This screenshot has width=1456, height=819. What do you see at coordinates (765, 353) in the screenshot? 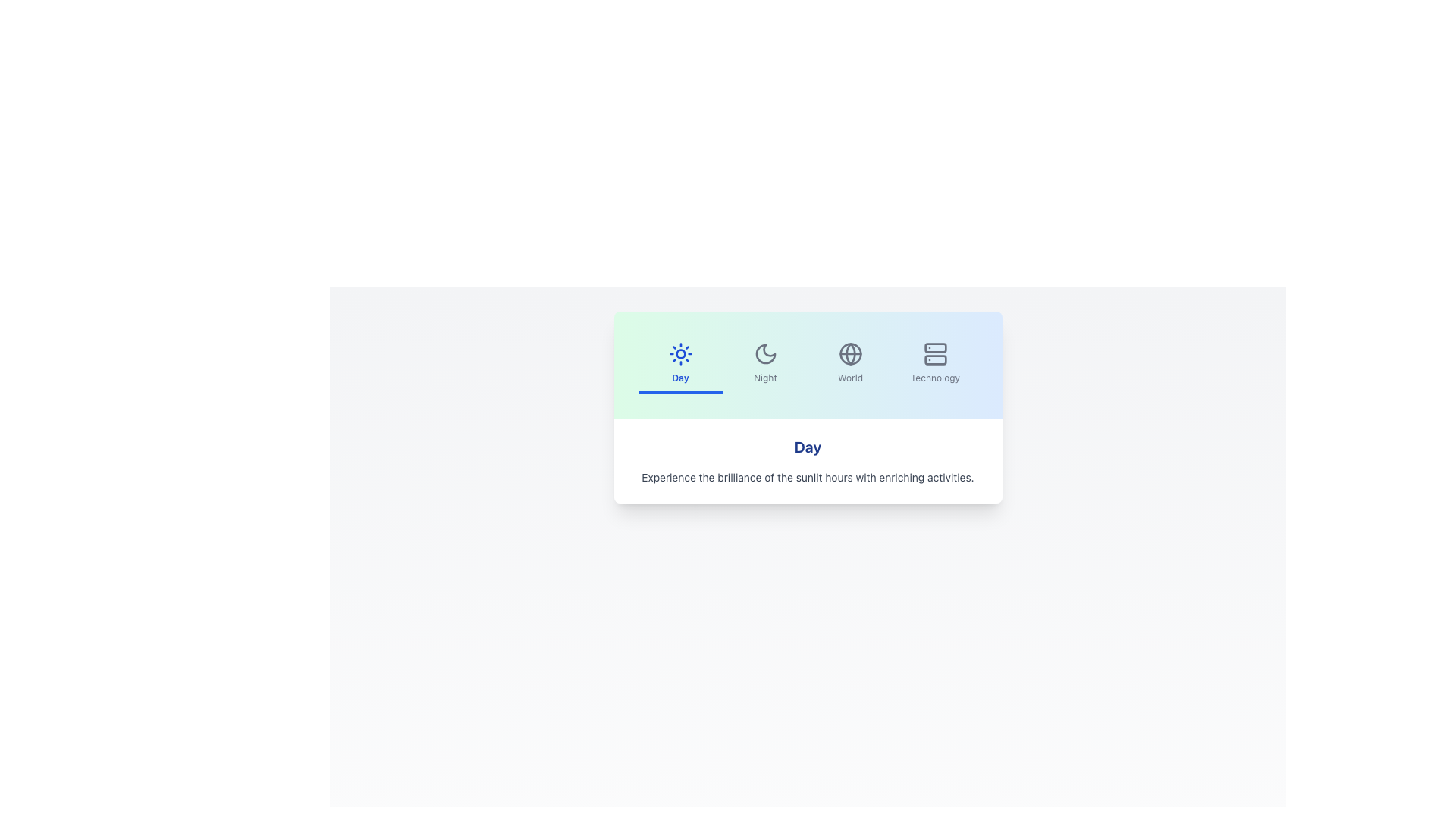
I see `the crescent moon icon located in the 'Night' tab of the horizontal navigation bar` at bounding box center [765, 353].